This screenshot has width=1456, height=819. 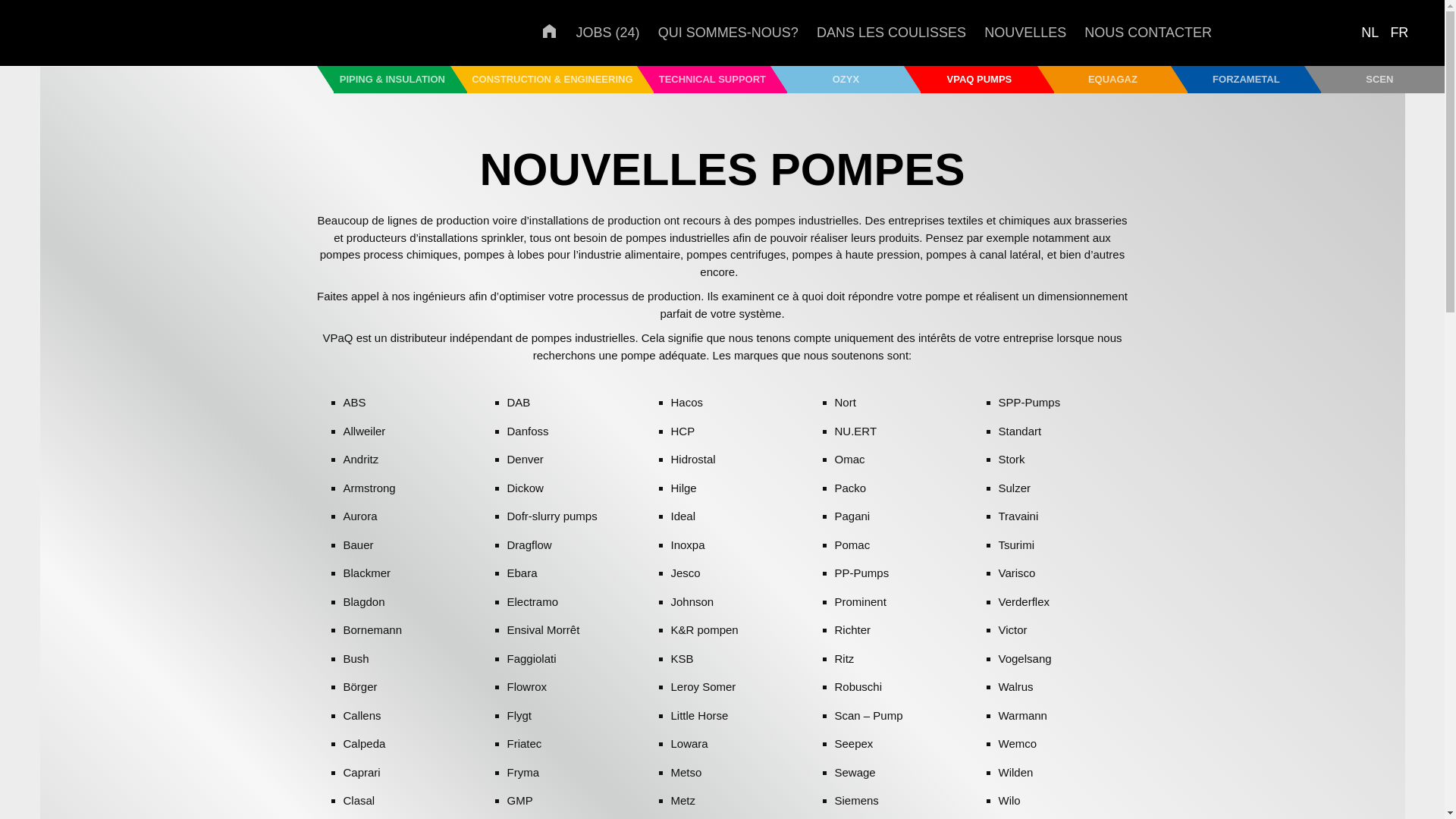 I want to click on 'TECHNICAL SUPPORT', so click(x=720, y=79).